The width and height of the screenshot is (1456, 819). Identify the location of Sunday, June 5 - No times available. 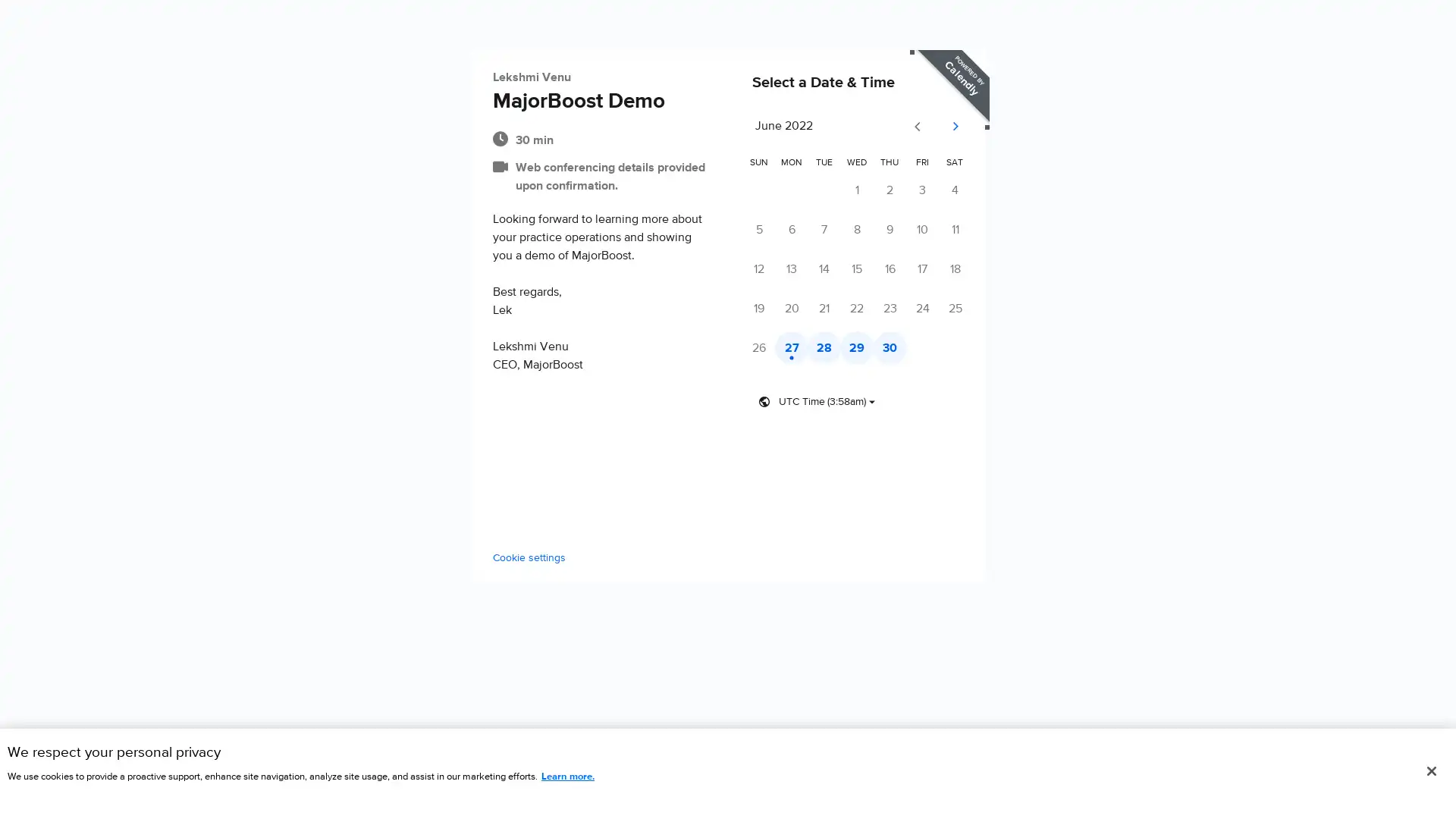
(761, 231).